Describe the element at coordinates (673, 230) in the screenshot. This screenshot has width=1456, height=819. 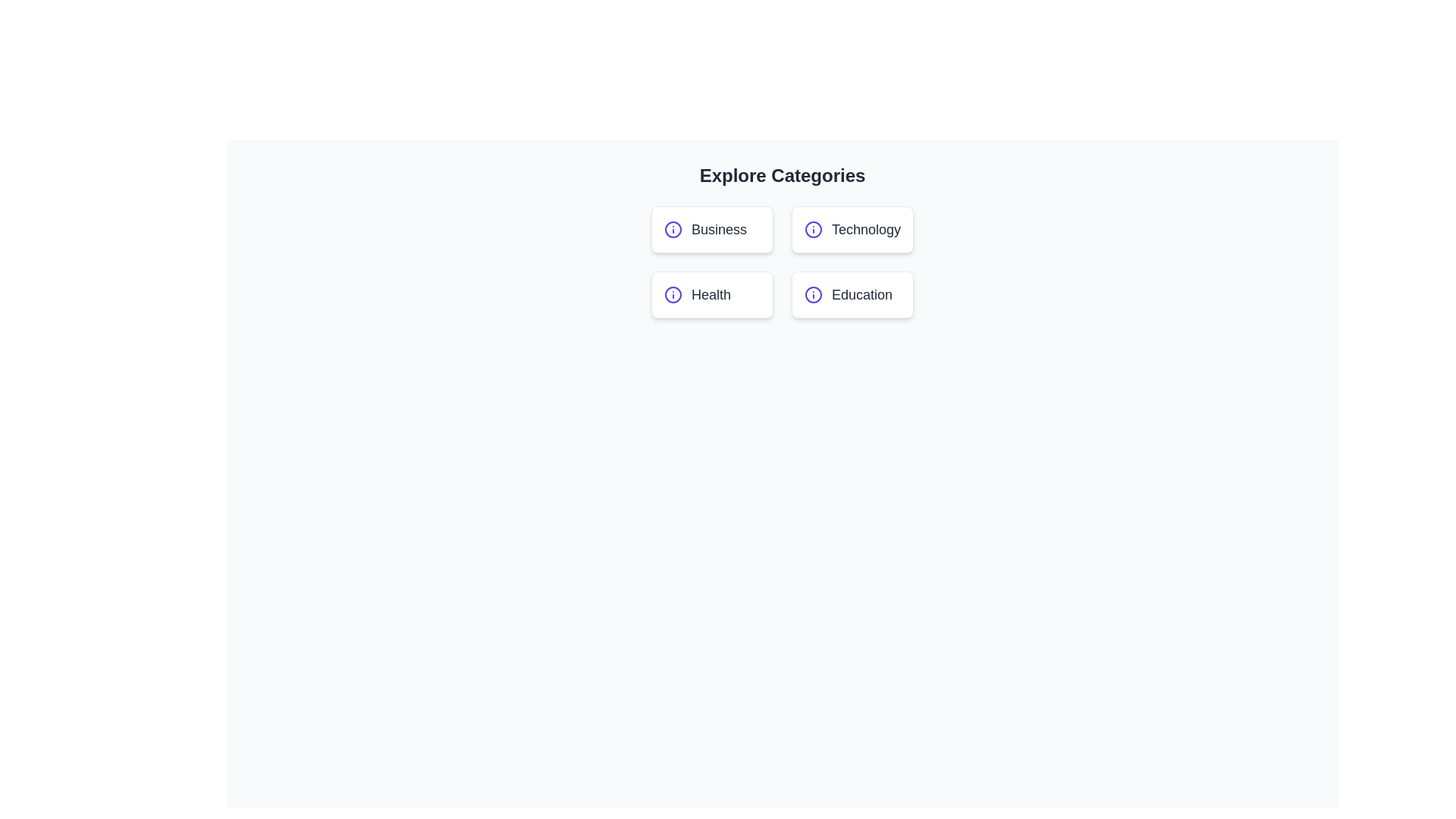
I see `the icon located at the top left of the four-section layout under the header 'Explore Categories', adjacent to the label 'Business', to receive further details` at that location.